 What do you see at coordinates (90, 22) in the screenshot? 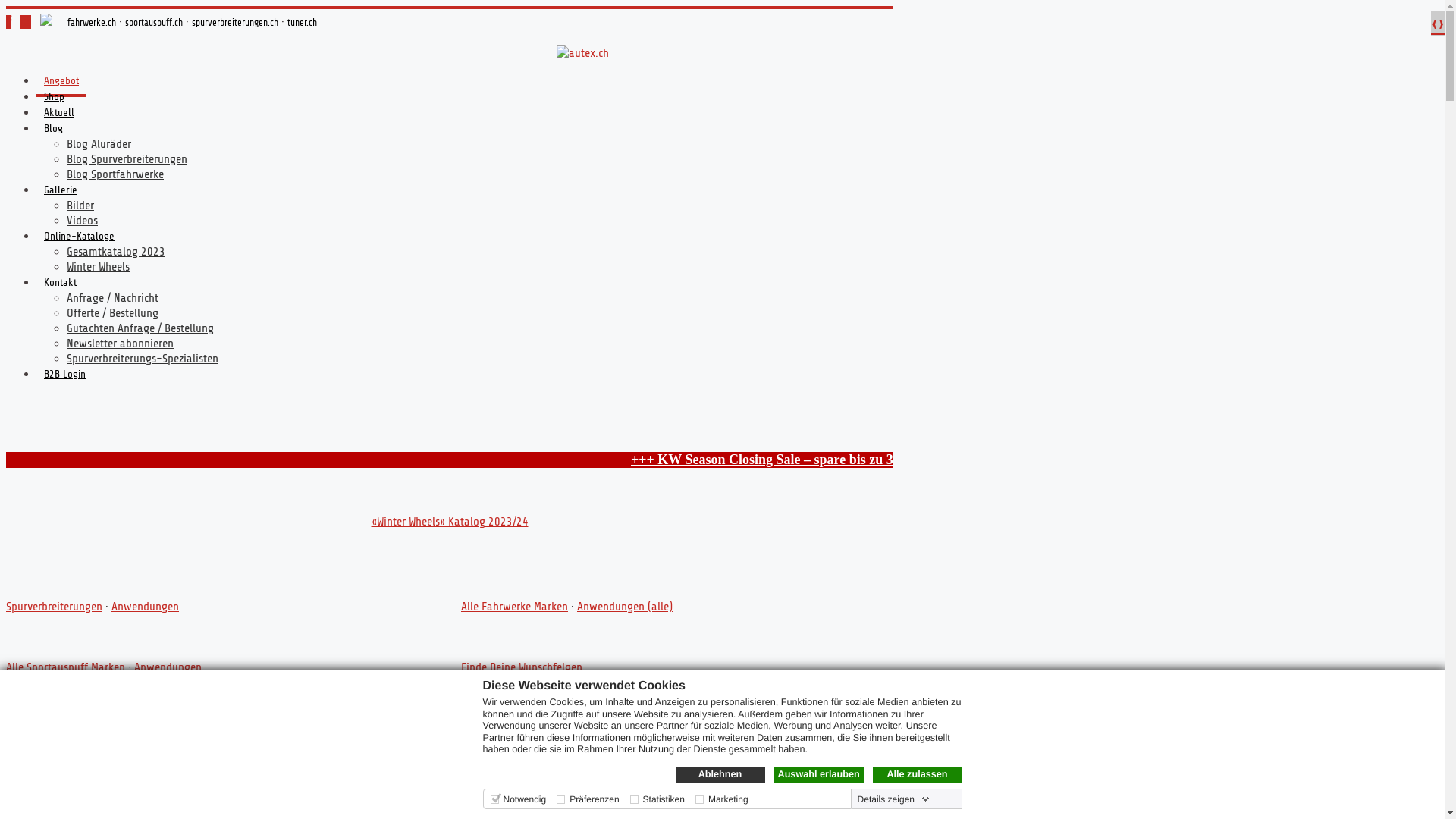
I see `'fahrwerke.ch'` at bounding box center [90, 22].